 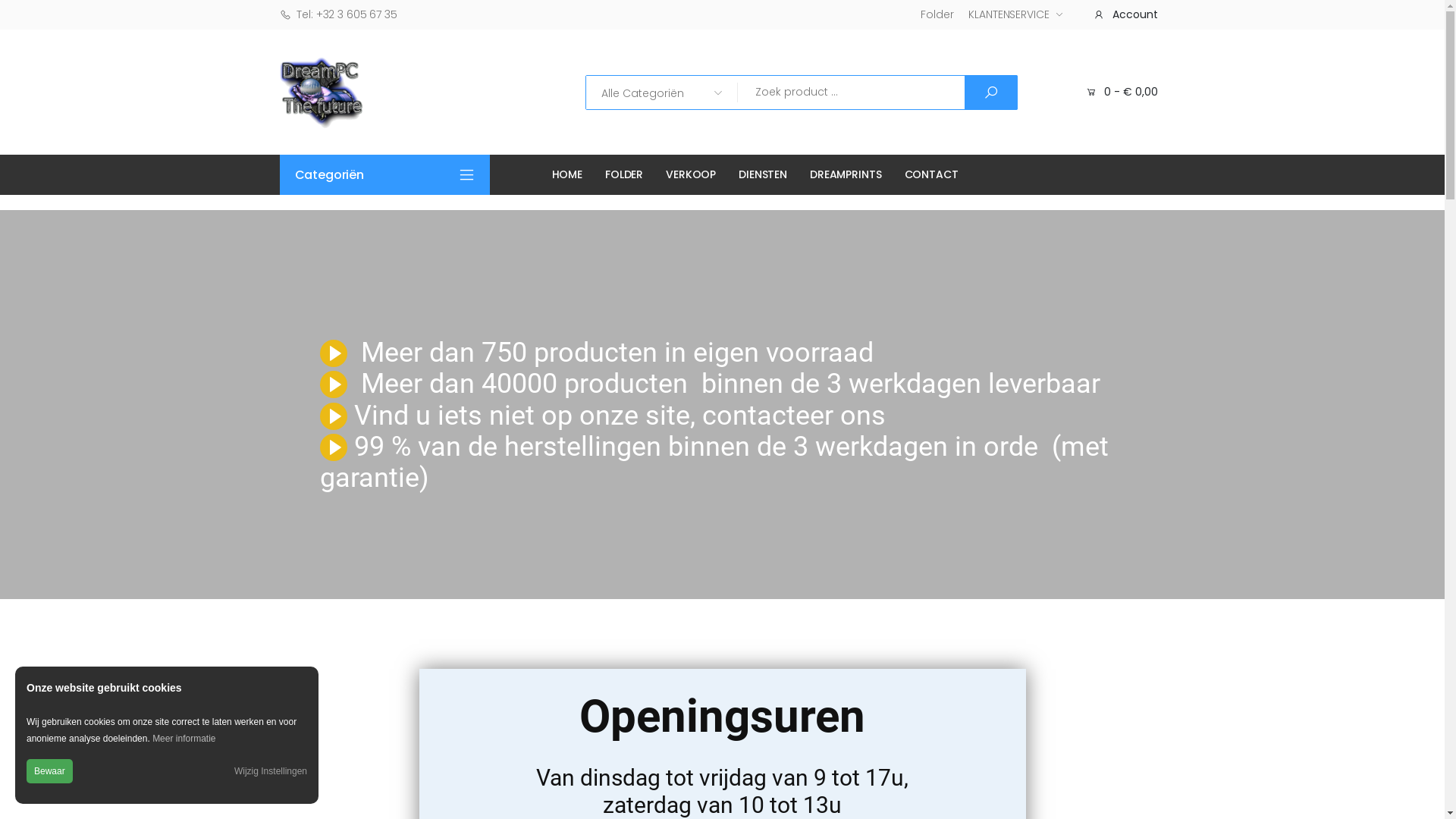 What do you see at coordinates (1015, 14) in the screenshot?
I see `'KLANTENSERVICE'` at bounding box center [1015, 14].